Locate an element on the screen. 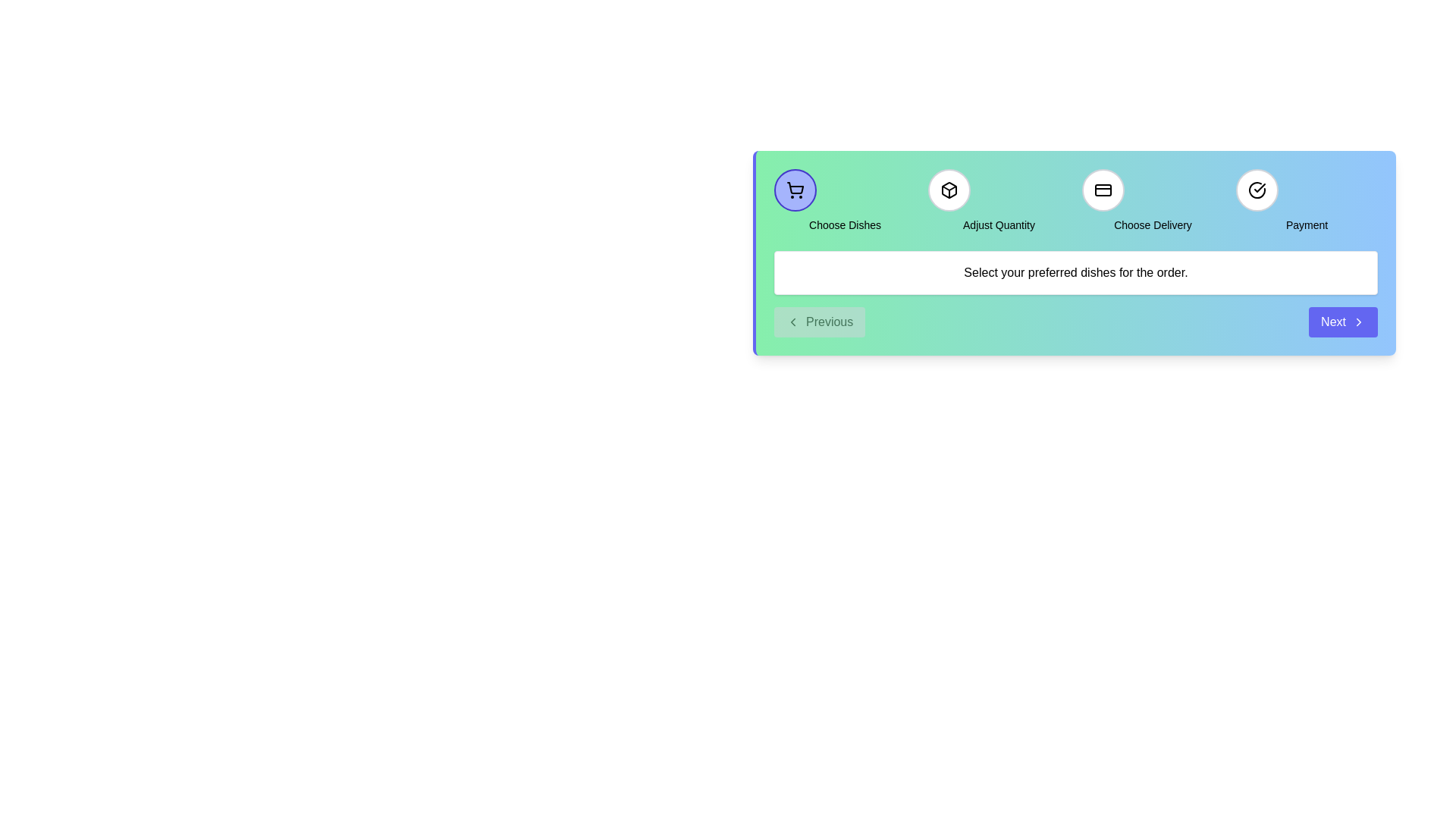 This screenshot has width=1456, height=819. the right-facing chevron icon that is located to the right of the 'Next' button text within a modal interface is located at coordinates (1358, 321).